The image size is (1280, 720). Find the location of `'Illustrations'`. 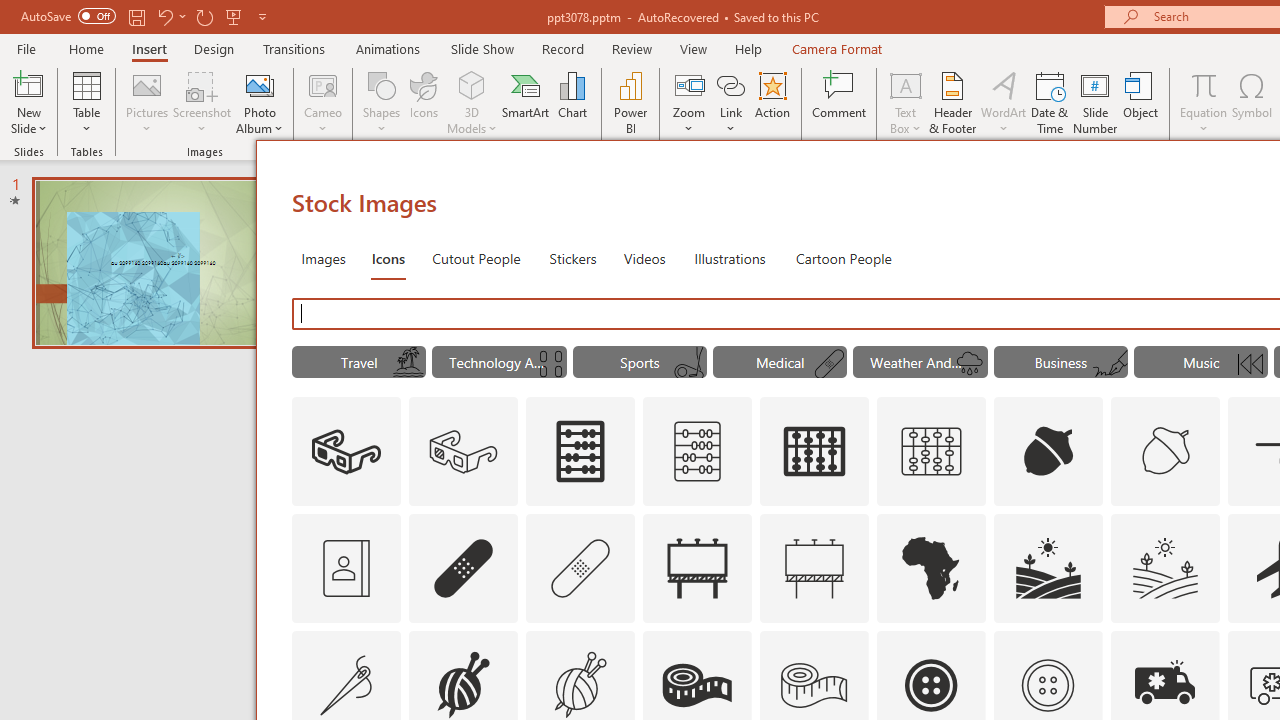

'Illustrations' is located at coordinates (729, 257).